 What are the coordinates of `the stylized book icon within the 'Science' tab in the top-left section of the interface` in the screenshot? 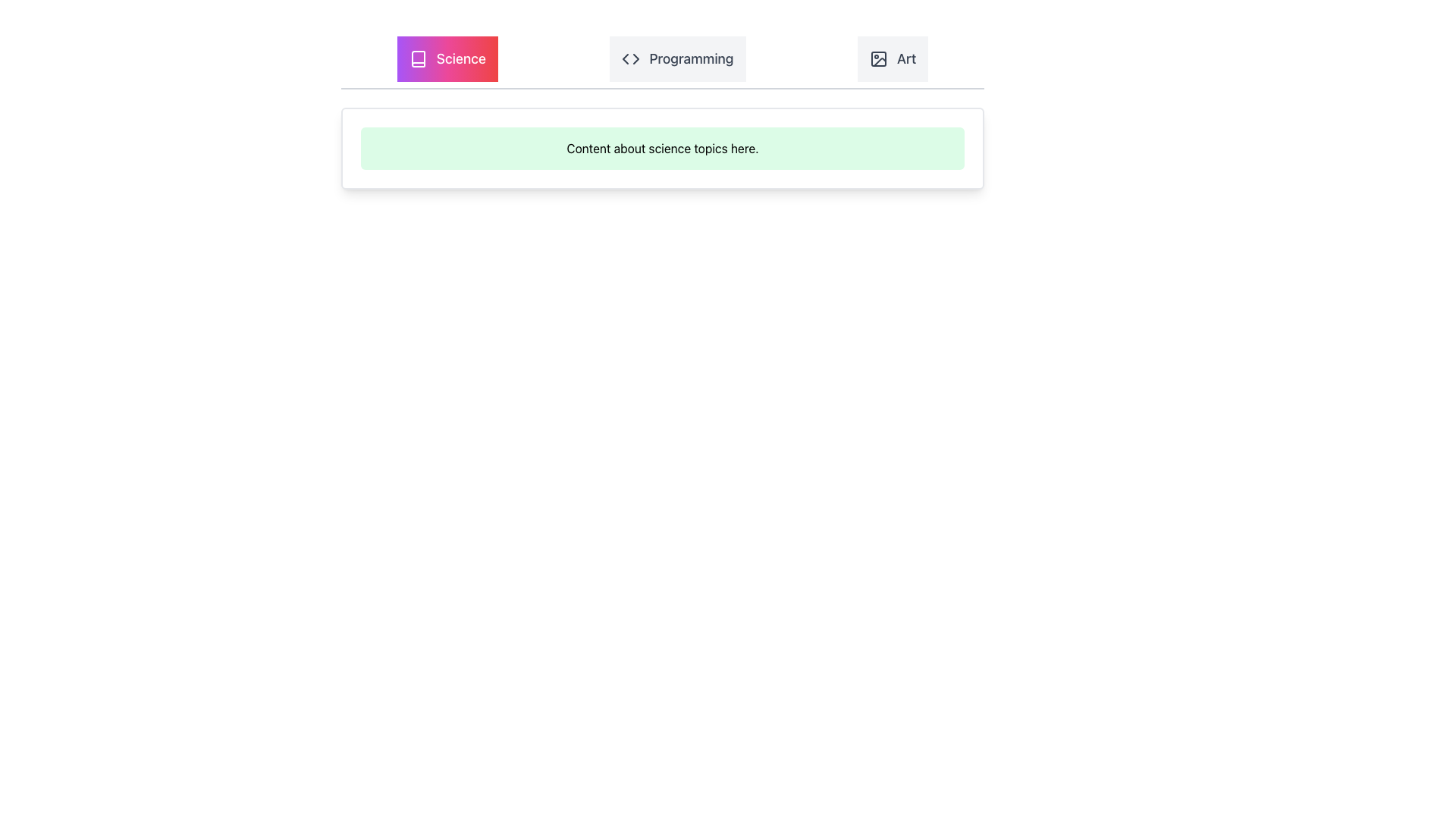 It's located at (418, 58).